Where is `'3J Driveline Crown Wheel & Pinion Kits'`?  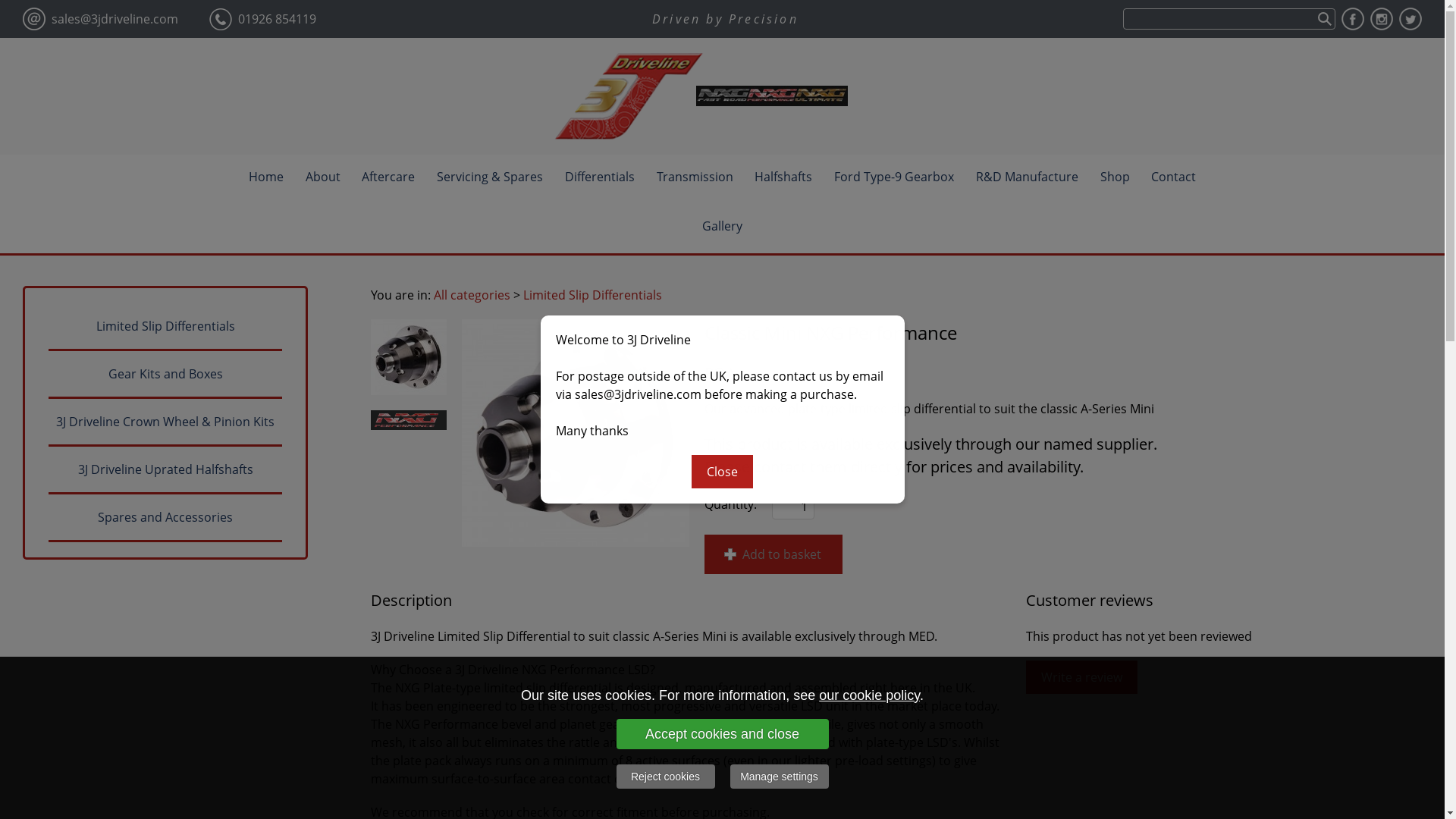
'3J Driveline Crown Wheel & Pinion Kits' is located at coordinates (165, 422).